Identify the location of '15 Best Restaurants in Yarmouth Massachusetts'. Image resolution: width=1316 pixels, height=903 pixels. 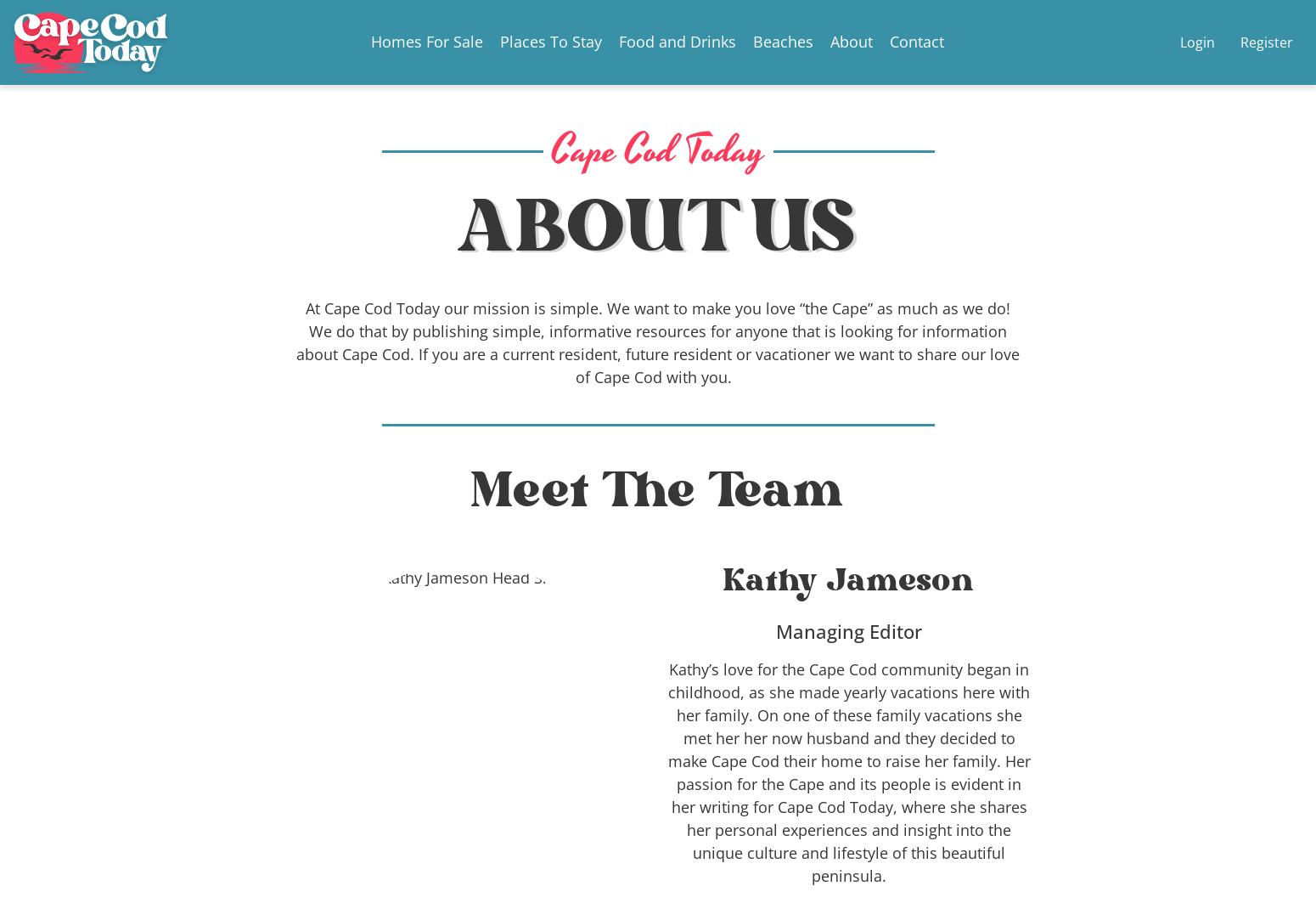
(658, 855).